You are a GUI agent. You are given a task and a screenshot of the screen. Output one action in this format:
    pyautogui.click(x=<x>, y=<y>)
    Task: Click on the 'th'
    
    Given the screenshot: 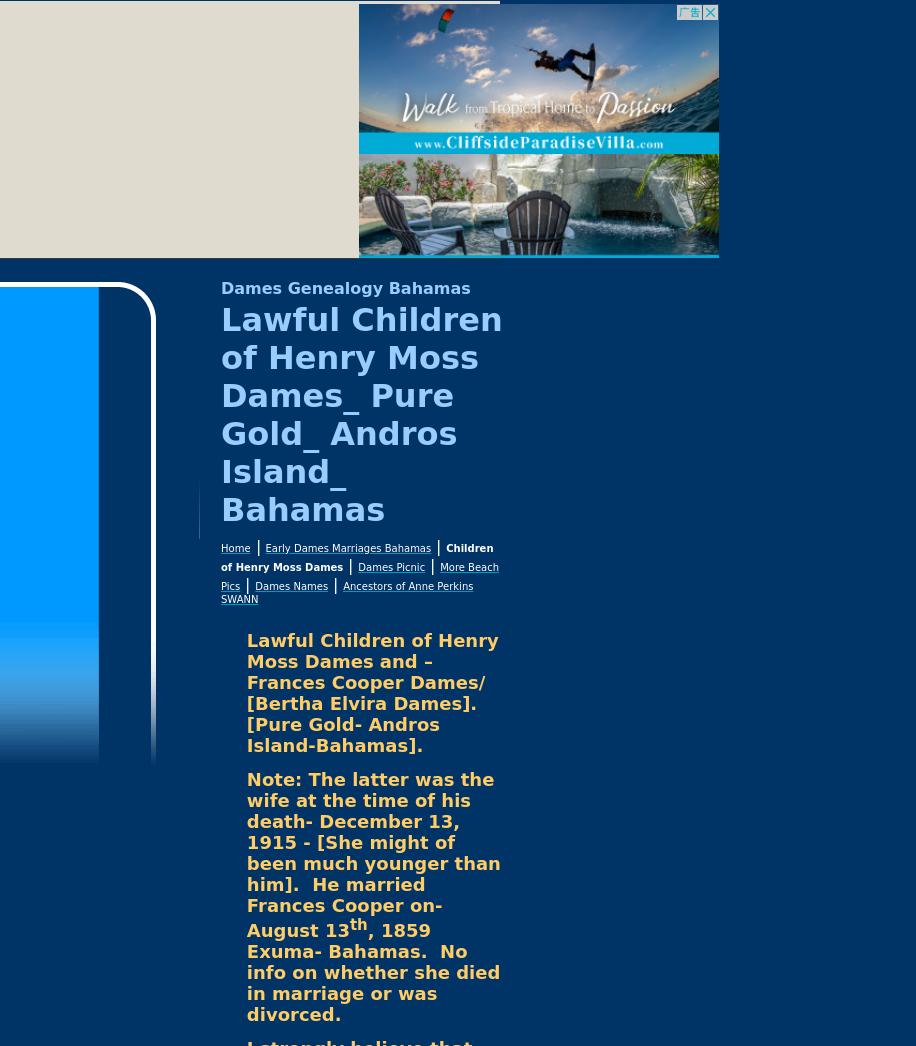 What is the action you would take?
    pyautogui.click(x=357, y=924)
    